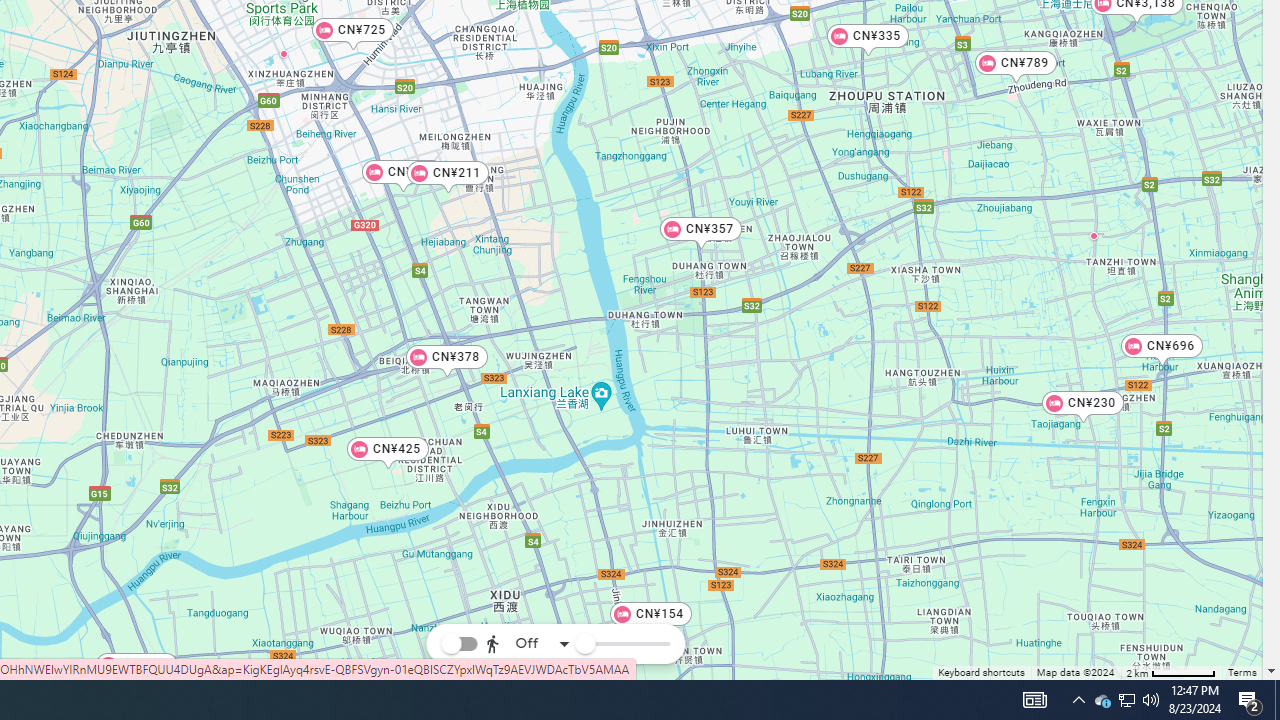  I want to click on 'Reachability slider', so click(583, 644).